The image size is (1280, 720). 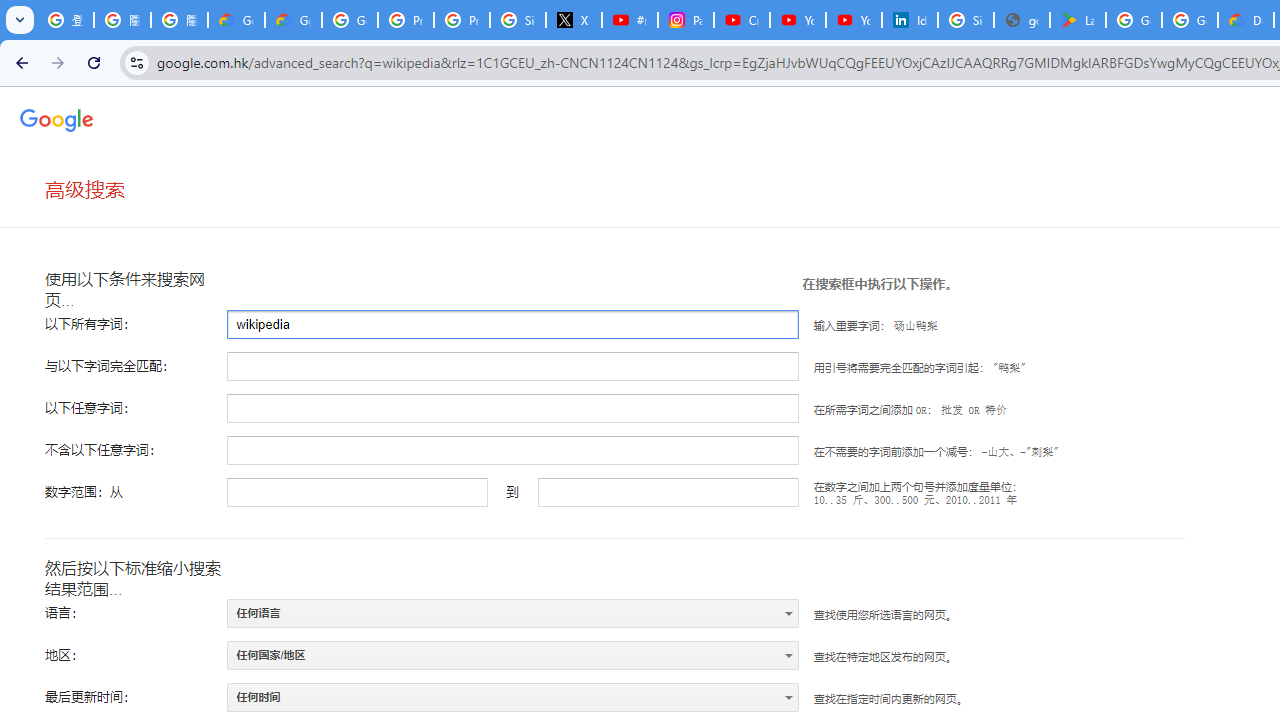 I want to click on 'Privacy Help Center - Policies Help', so click(x=461, y=20).